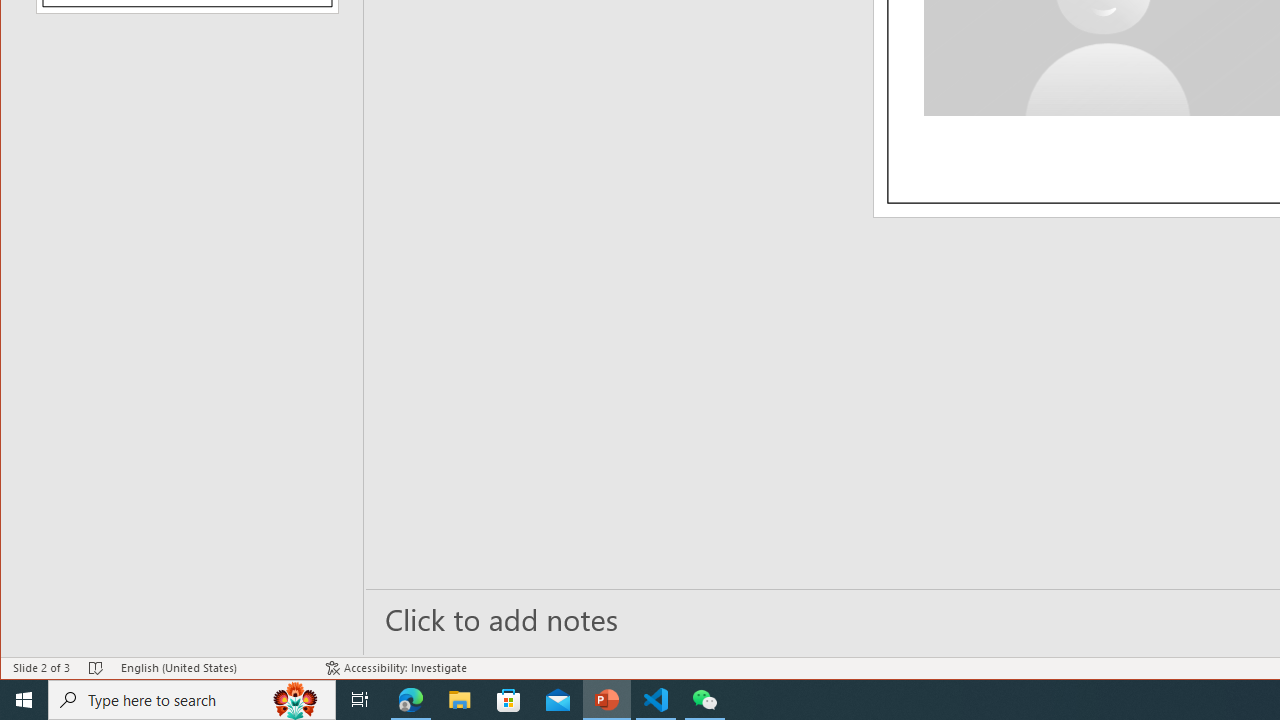  I want to click on 'Microsoft Store', so click(509, 698).